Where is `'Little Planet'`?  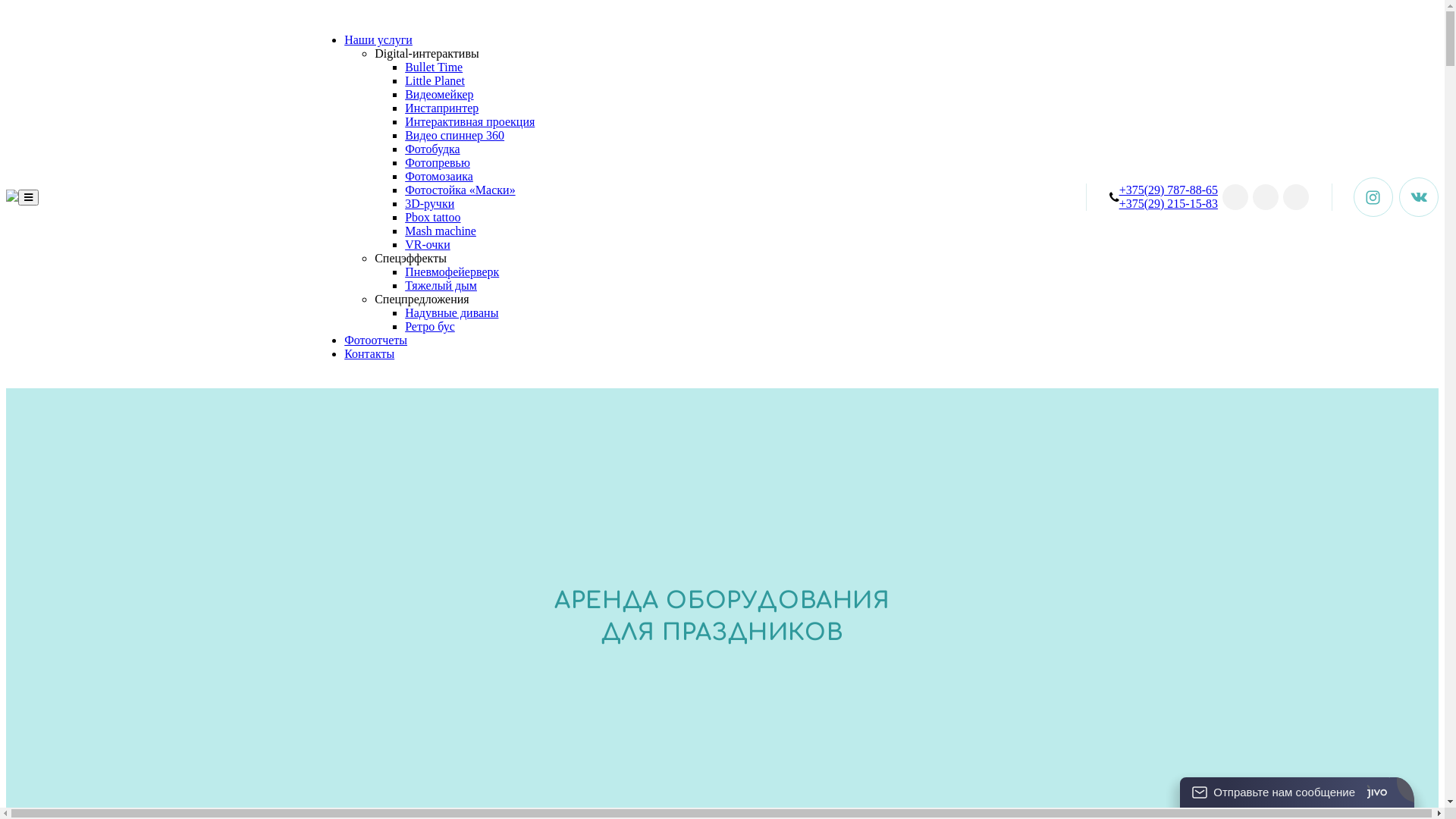
'Little Planet' is located at coordinates (404, 80).